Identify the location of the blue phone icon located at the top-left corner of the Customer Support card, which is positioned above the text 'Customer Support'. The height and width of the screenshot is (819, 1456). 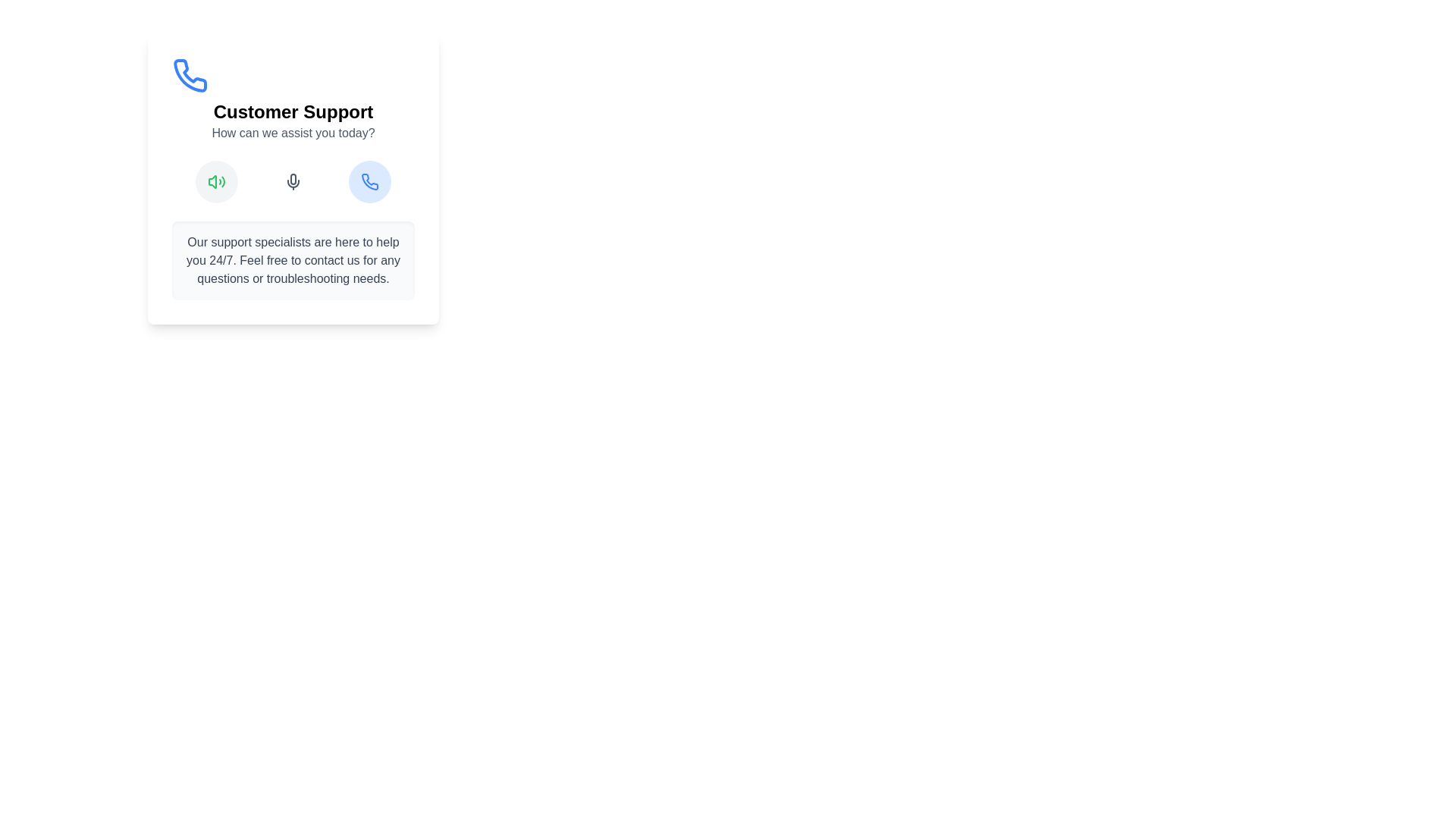
(189, 76).